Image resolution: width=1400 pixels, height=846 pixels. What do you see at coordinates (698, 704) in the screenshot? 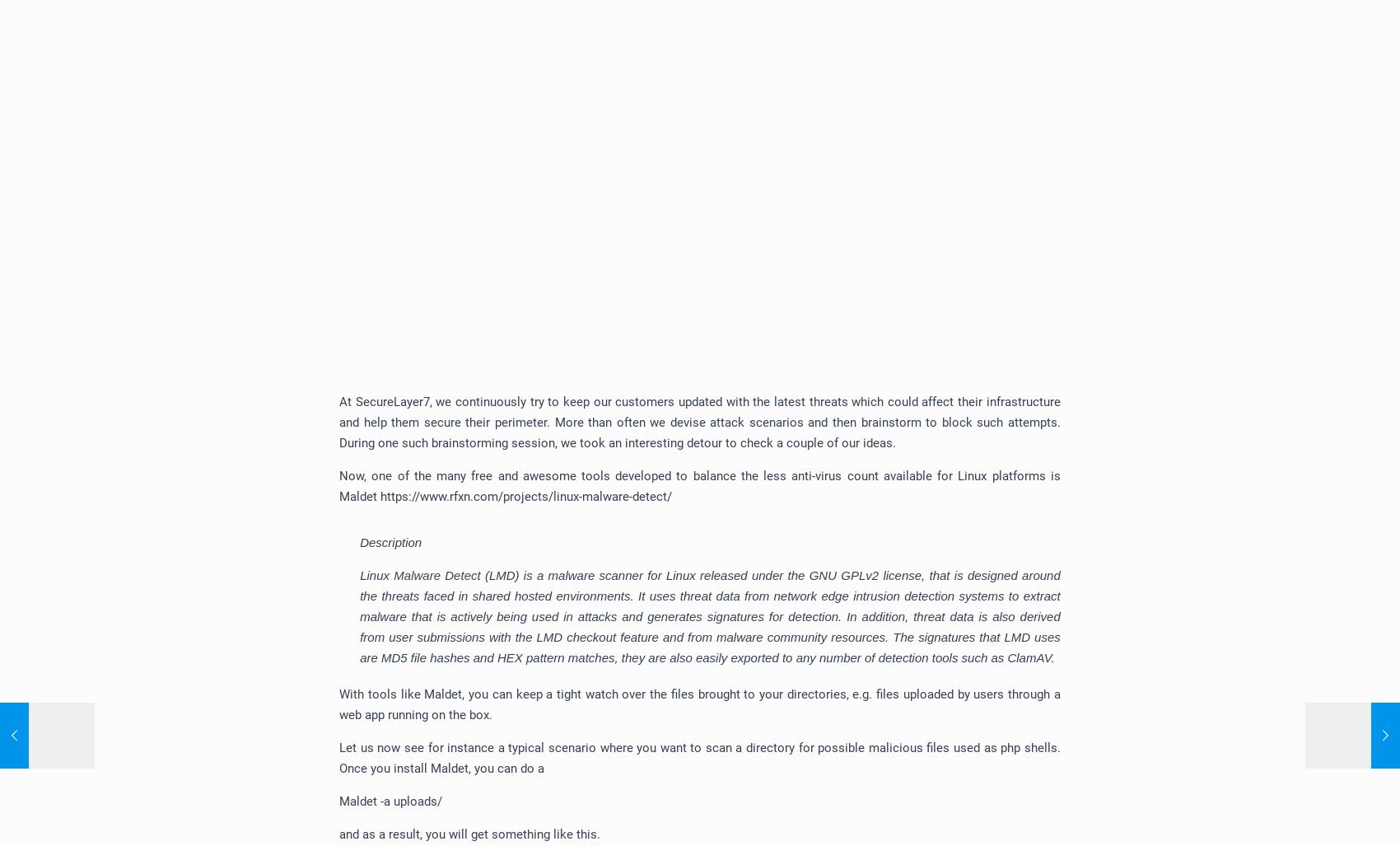
I see `'With tools like Maldet, you can keep a tight watch over the files brought to your directories, e.g. files uploaded by users through a web app running on the box.'` at bounding box center [698, 704].